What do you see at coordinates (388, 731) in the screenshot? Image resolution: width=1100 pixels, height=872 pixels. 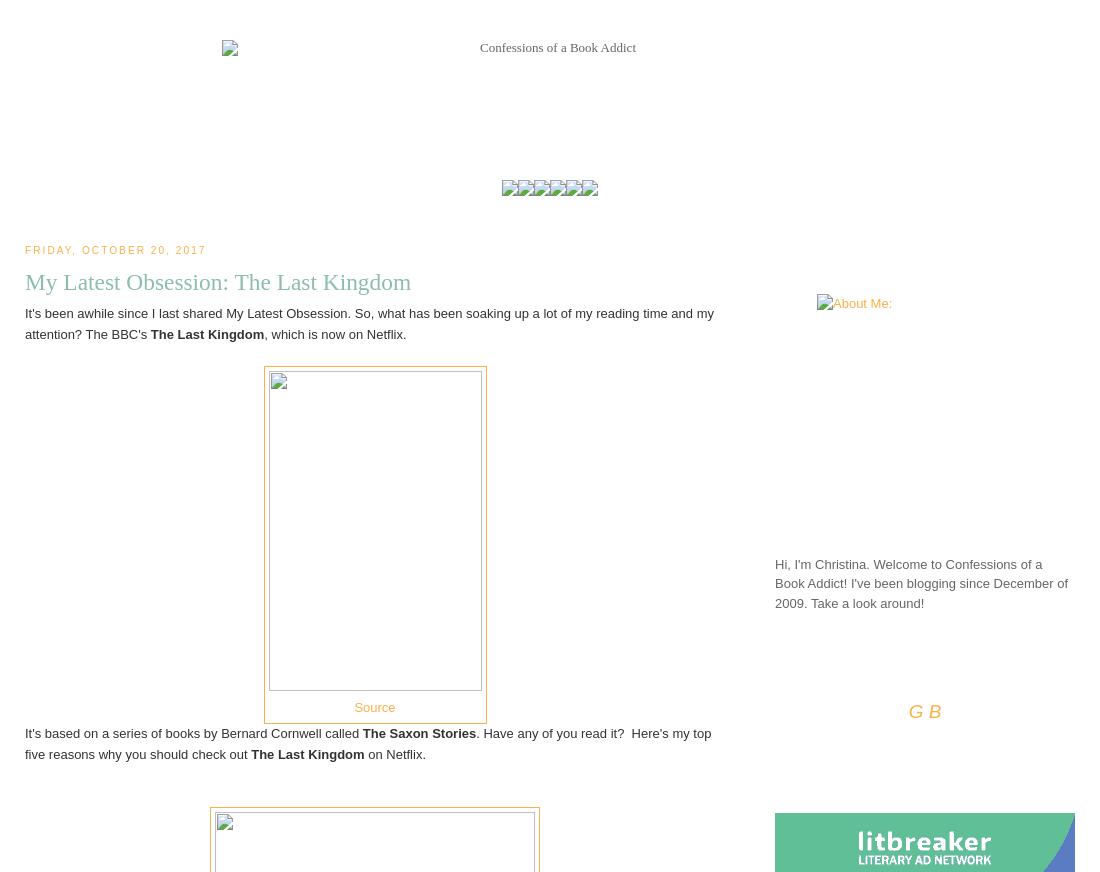 I see `'Saxon'` at bounding box center [388, 731].